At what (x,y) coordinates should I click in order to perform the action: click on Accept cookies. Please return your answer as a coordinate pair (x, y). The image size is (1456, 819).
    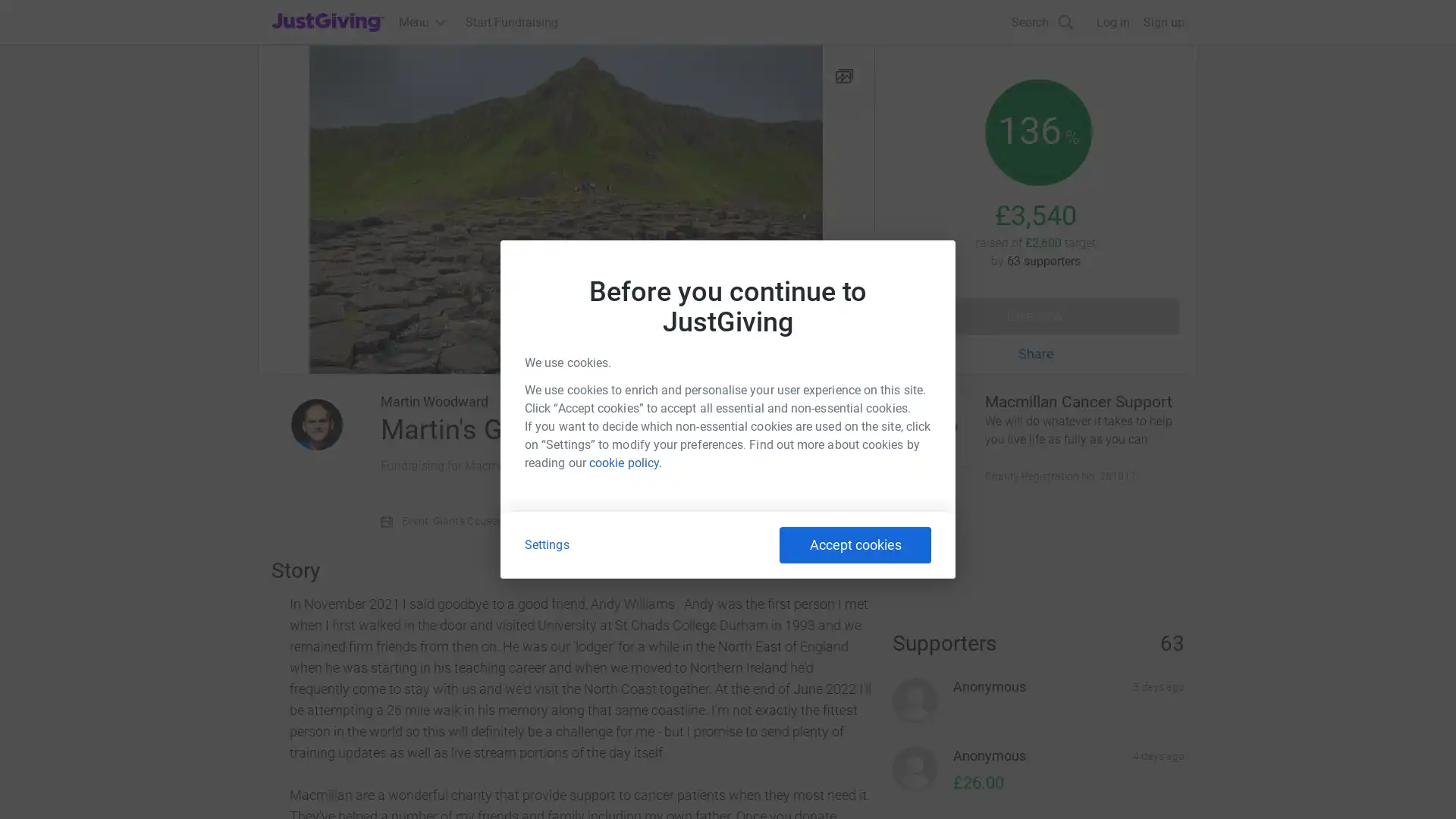
    Looking at the image, I should click on (855, 544).